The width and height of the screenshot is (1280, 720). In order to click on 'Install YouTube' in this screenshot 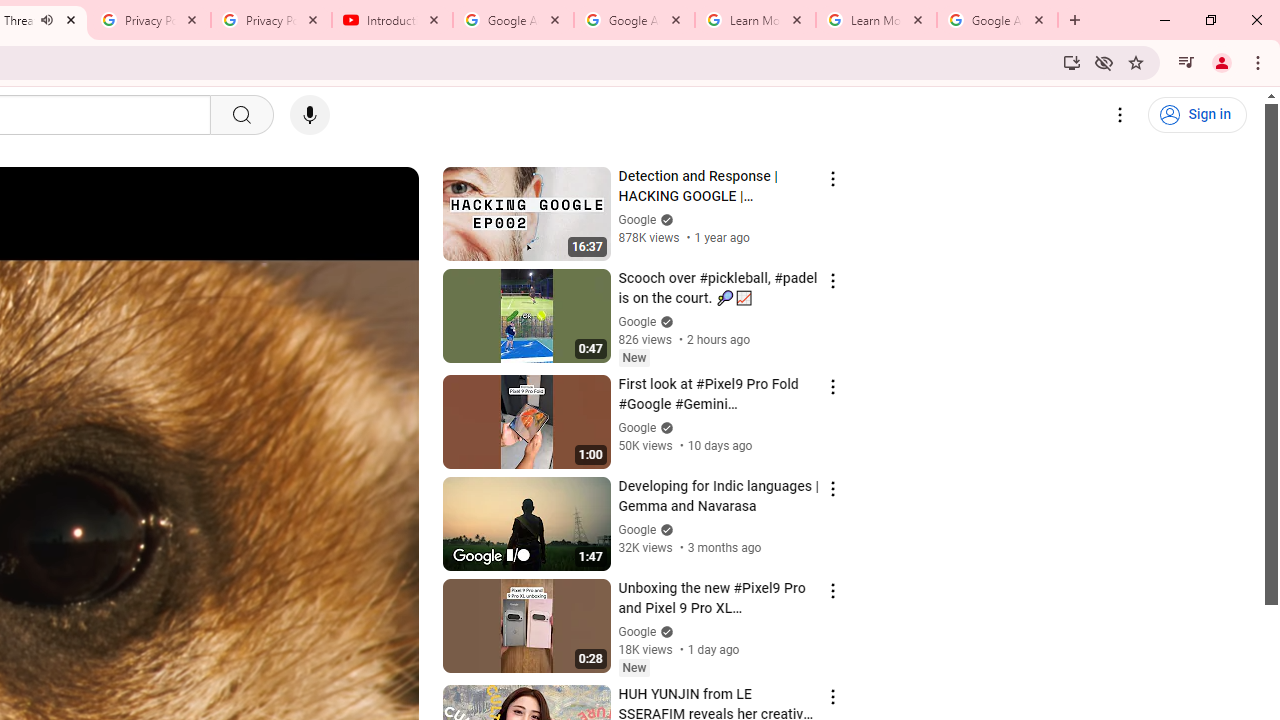, I will do `click(1071, 61)`.